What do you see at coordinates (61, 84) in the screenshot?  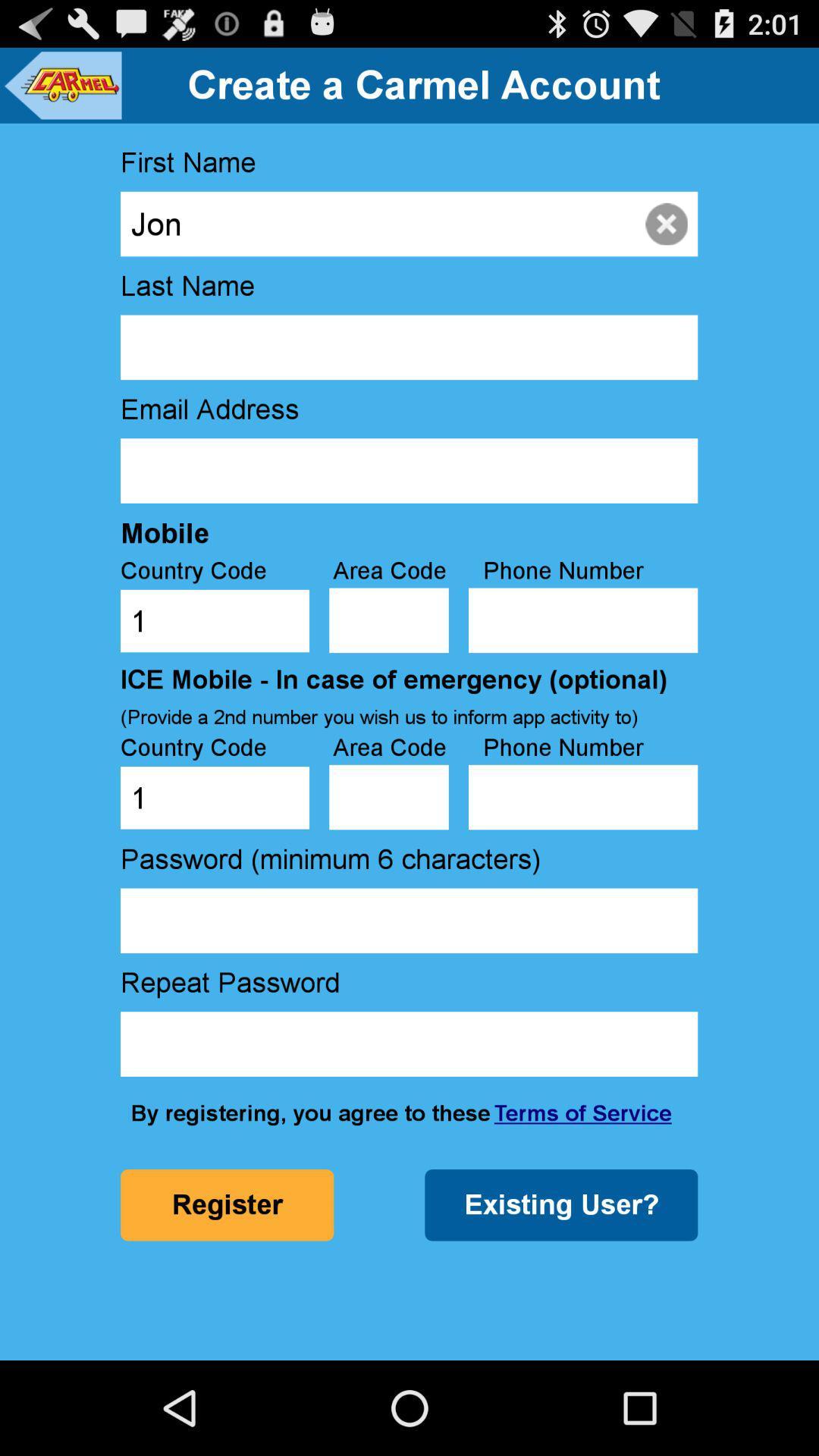 I see `icon to the left of create a carmel item` at bounding box center [61, 84].